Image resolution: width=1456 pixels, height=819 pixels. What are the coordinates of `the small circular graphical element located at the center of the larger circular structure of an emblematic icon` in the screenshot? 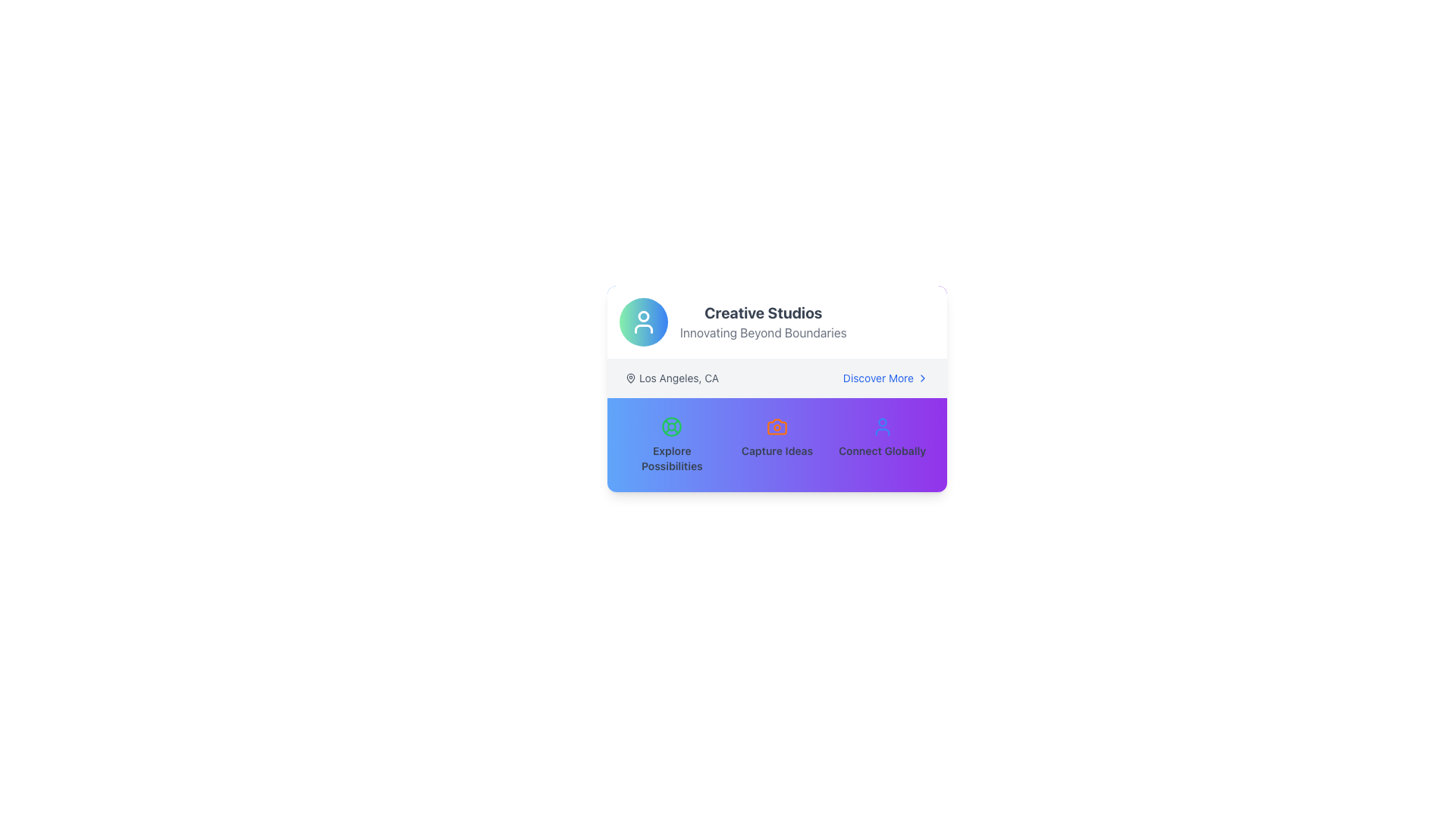 It's located at (671, 427).